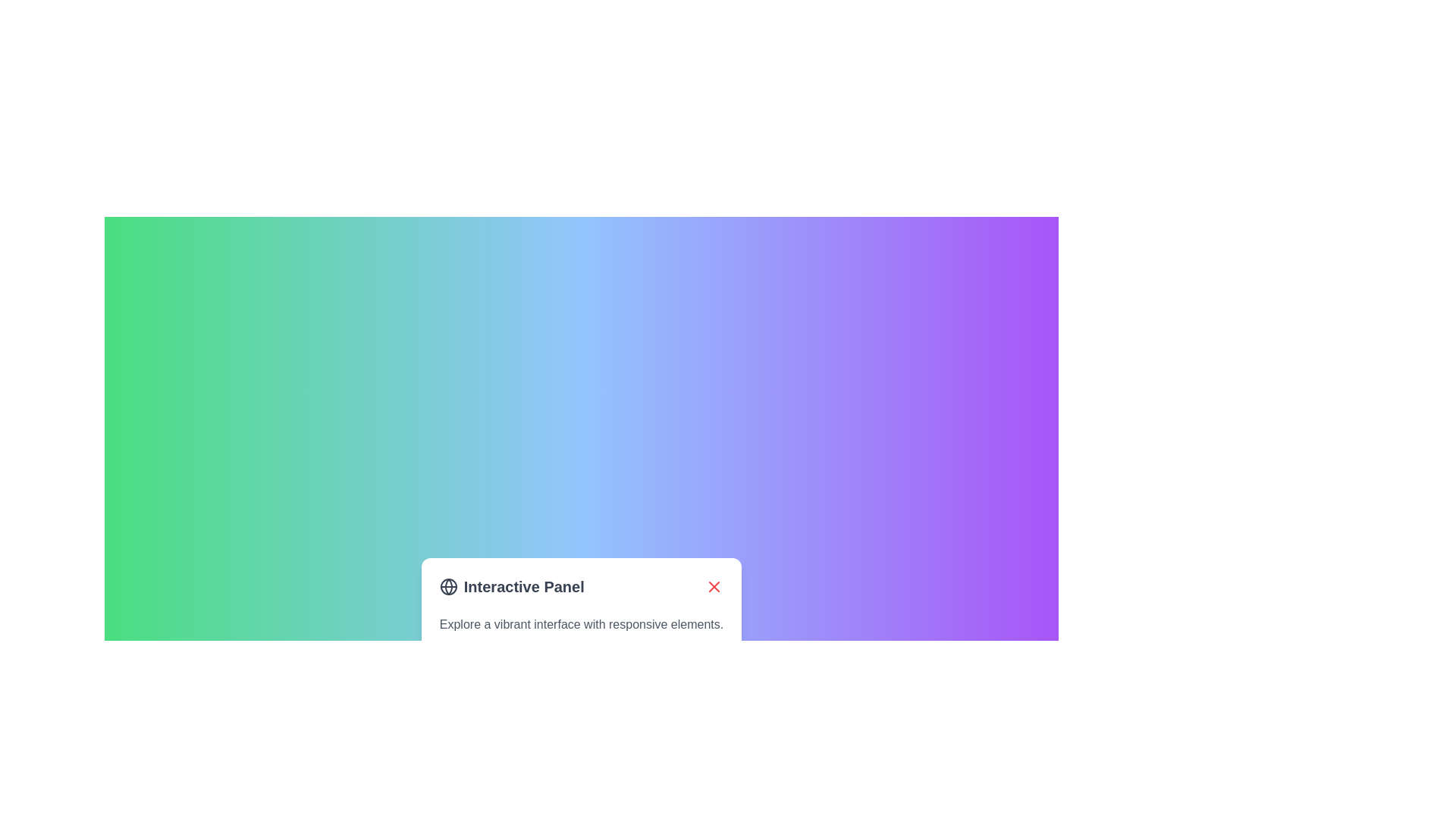 This screenshot has width=1456, height=819. Describe the element at coordinates (714, 586) in the screenshot. I see `the close or dismiss icon button located at the top-right of the interactive panel` at that location.